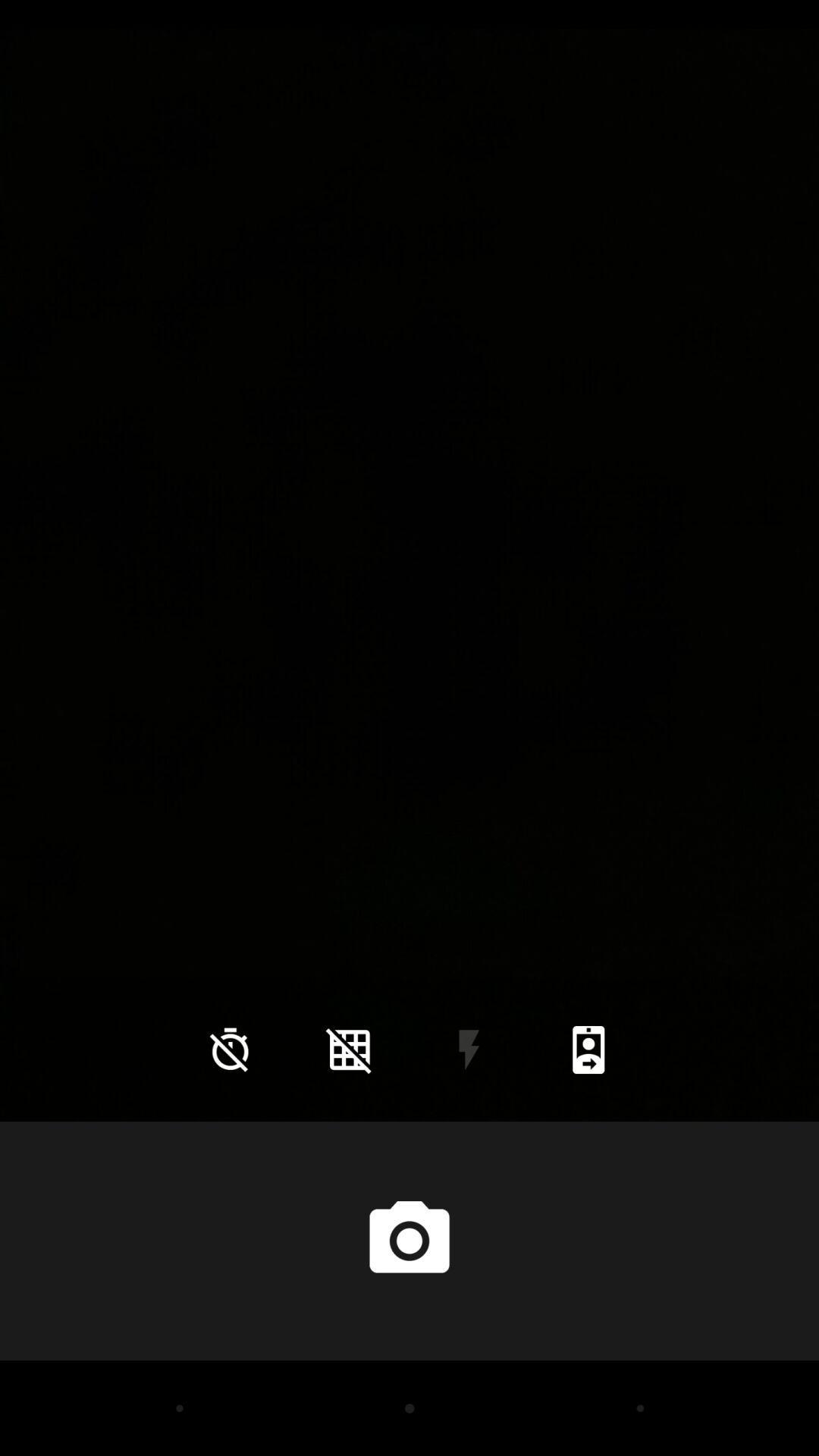 This screenshot has width=819, height=1456. What do you see at coordinates (468, 1049) in the screenshot?
I see `the flash icon` at bounding box center [468, 1049].